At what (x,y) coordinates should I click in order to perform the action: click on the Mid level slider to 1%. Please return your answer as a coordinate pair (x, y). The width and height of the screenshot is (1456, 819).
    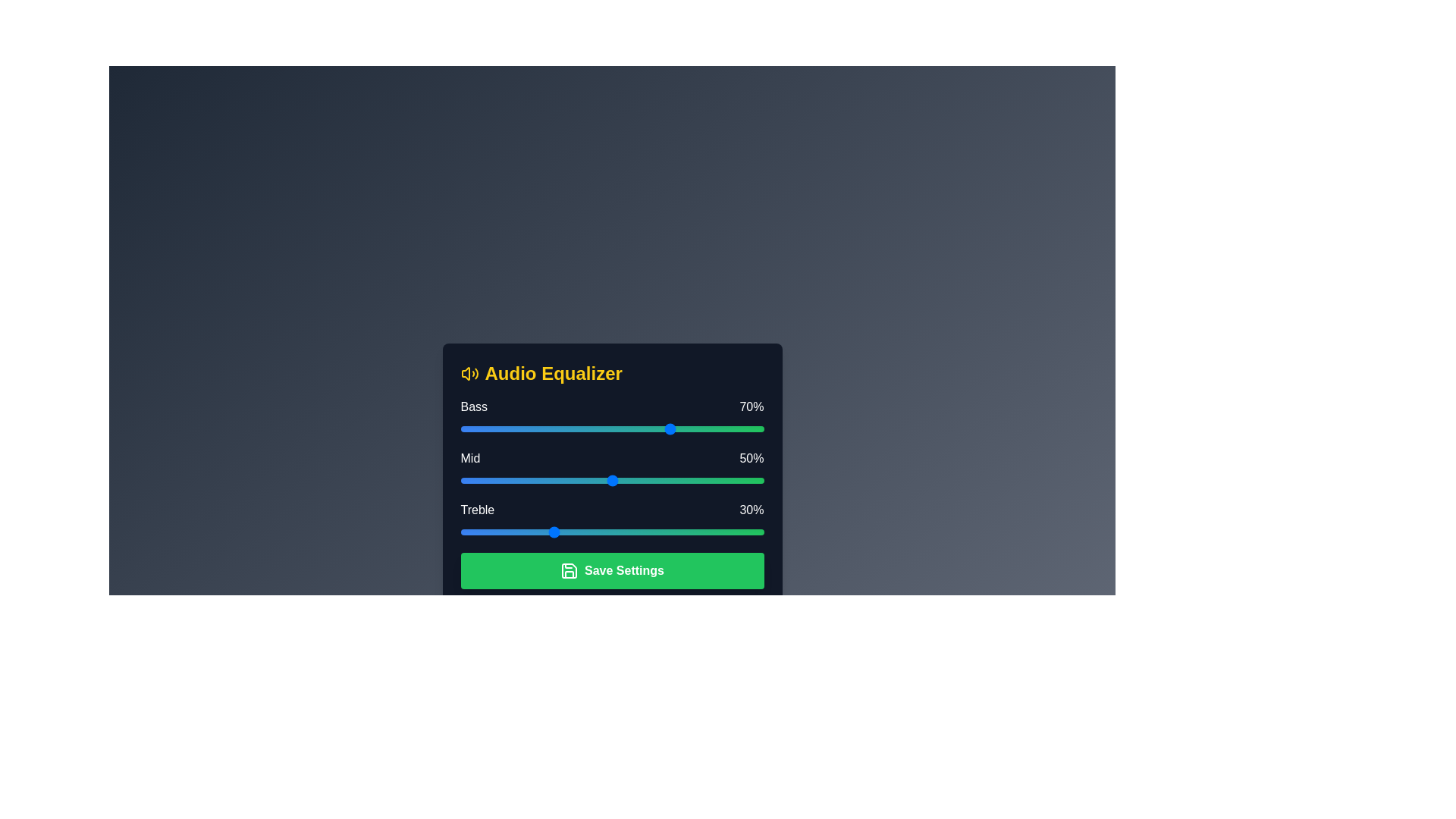
    Looking at the image, I should click on (463, 480).